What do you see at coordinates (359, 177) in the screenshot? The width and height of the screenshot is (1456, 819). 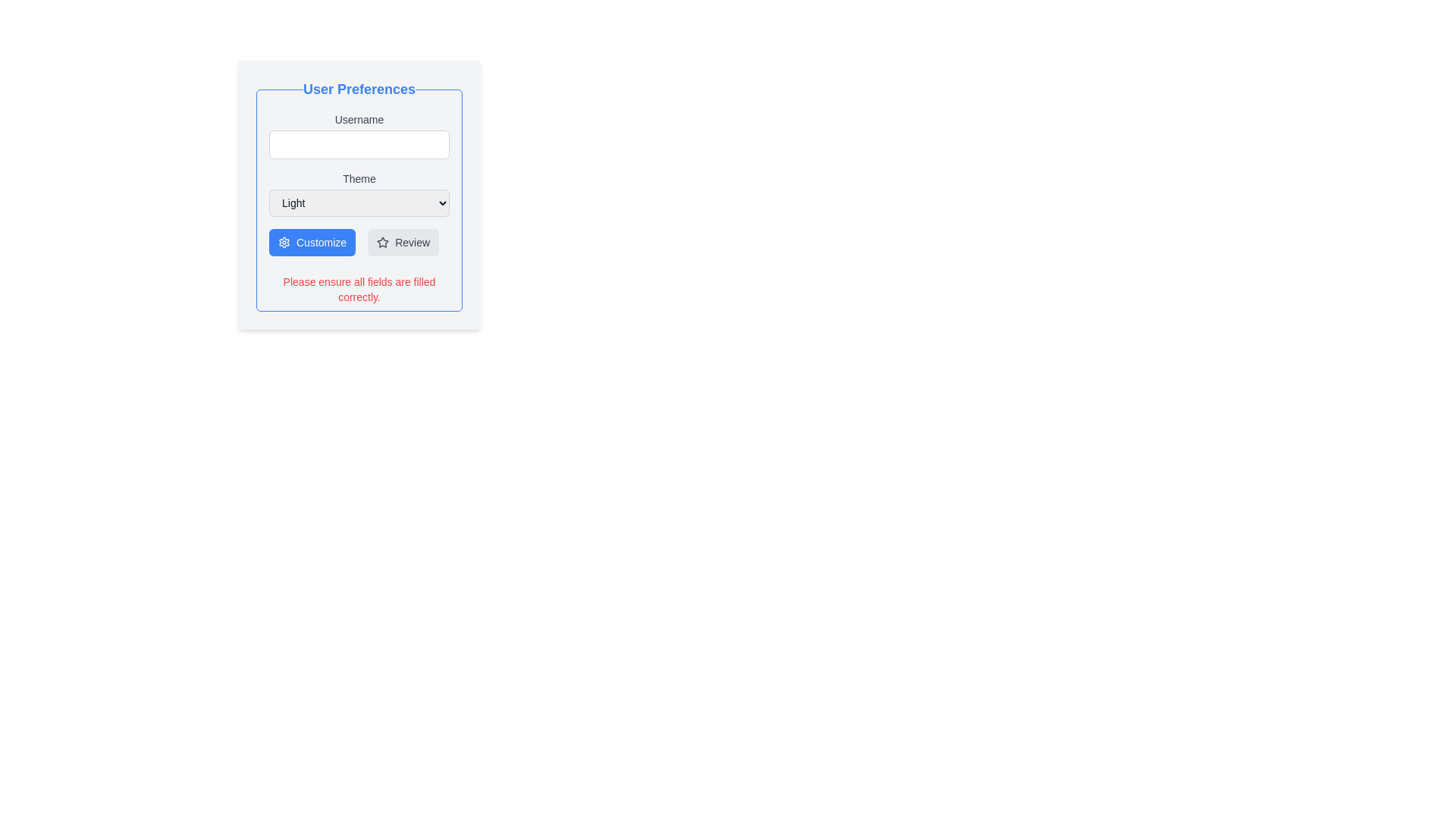 I see `the 'Theme' text label, which is centrally positioned above the dropdown menu and below the 'Username' text field in the interface` at bounding box center [359, 177].